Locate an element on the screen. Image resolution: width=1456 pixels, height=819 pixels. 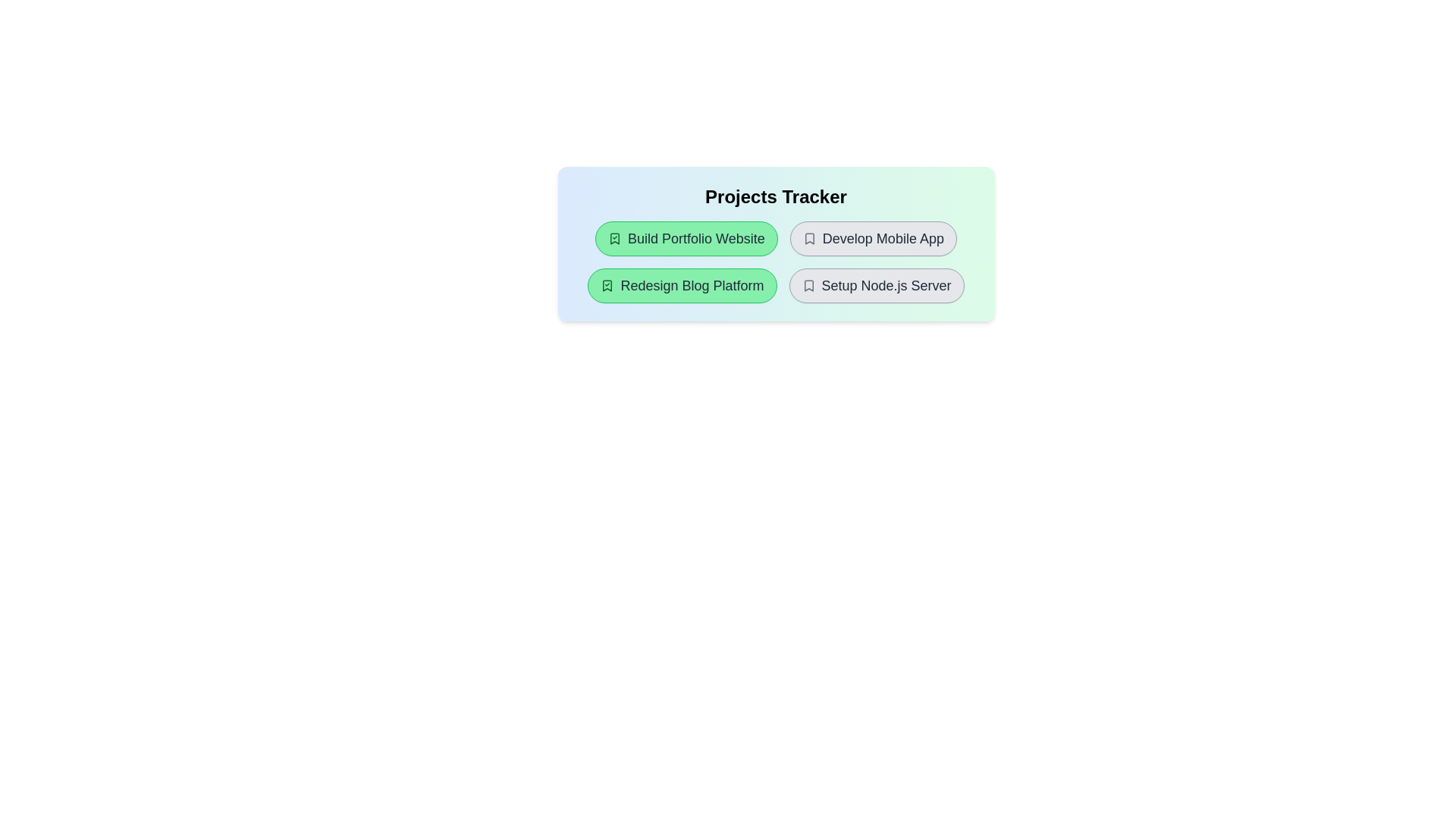
the project item Redesign Blog Platform to toggle its completion state is located at coordinates (681, 286).